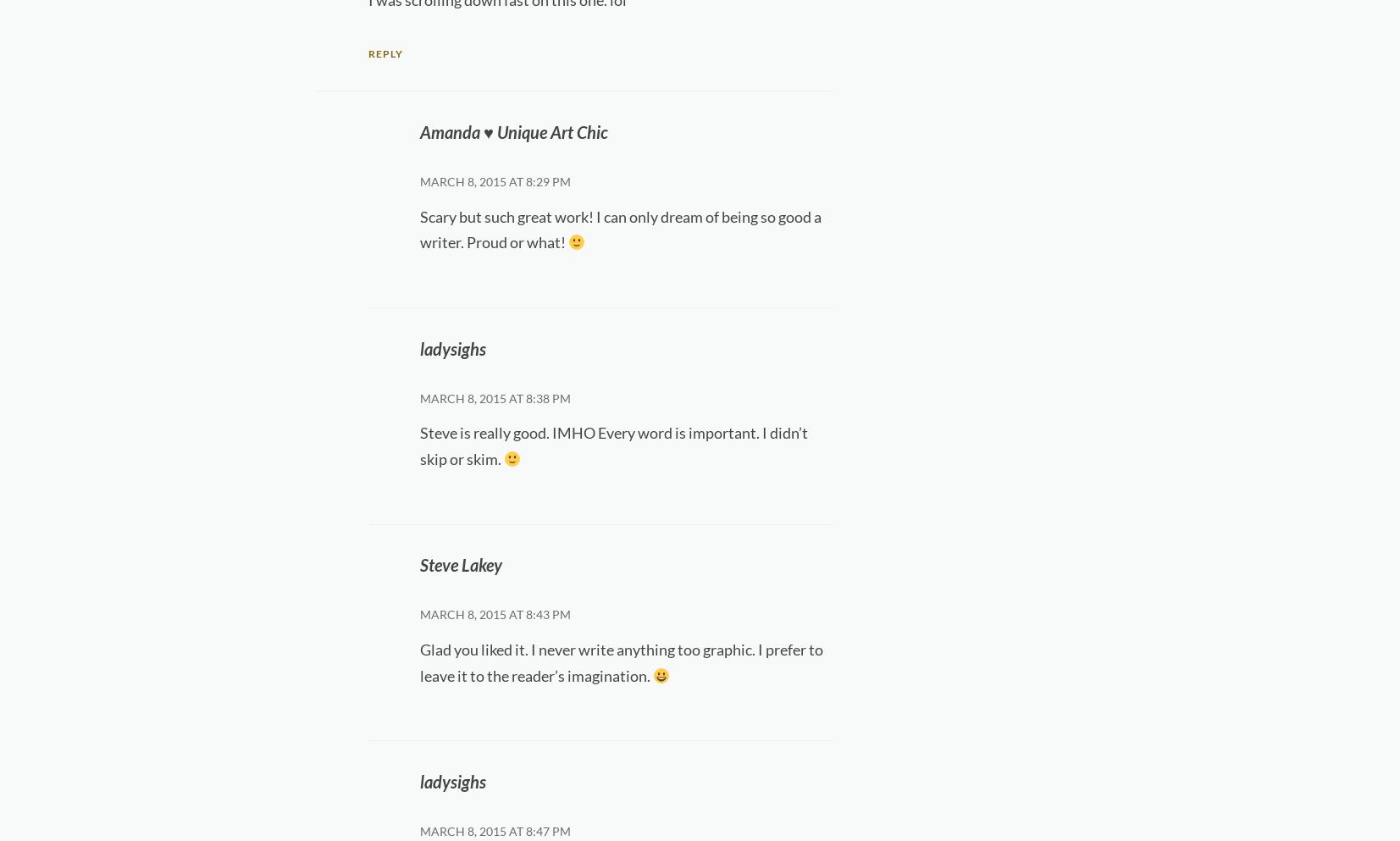  Describe the element at coordinates (619, 229) in the screenshot. I see `'Scary but such great work! I can only dream of being so good a writer. Proud or what!'` at that location.